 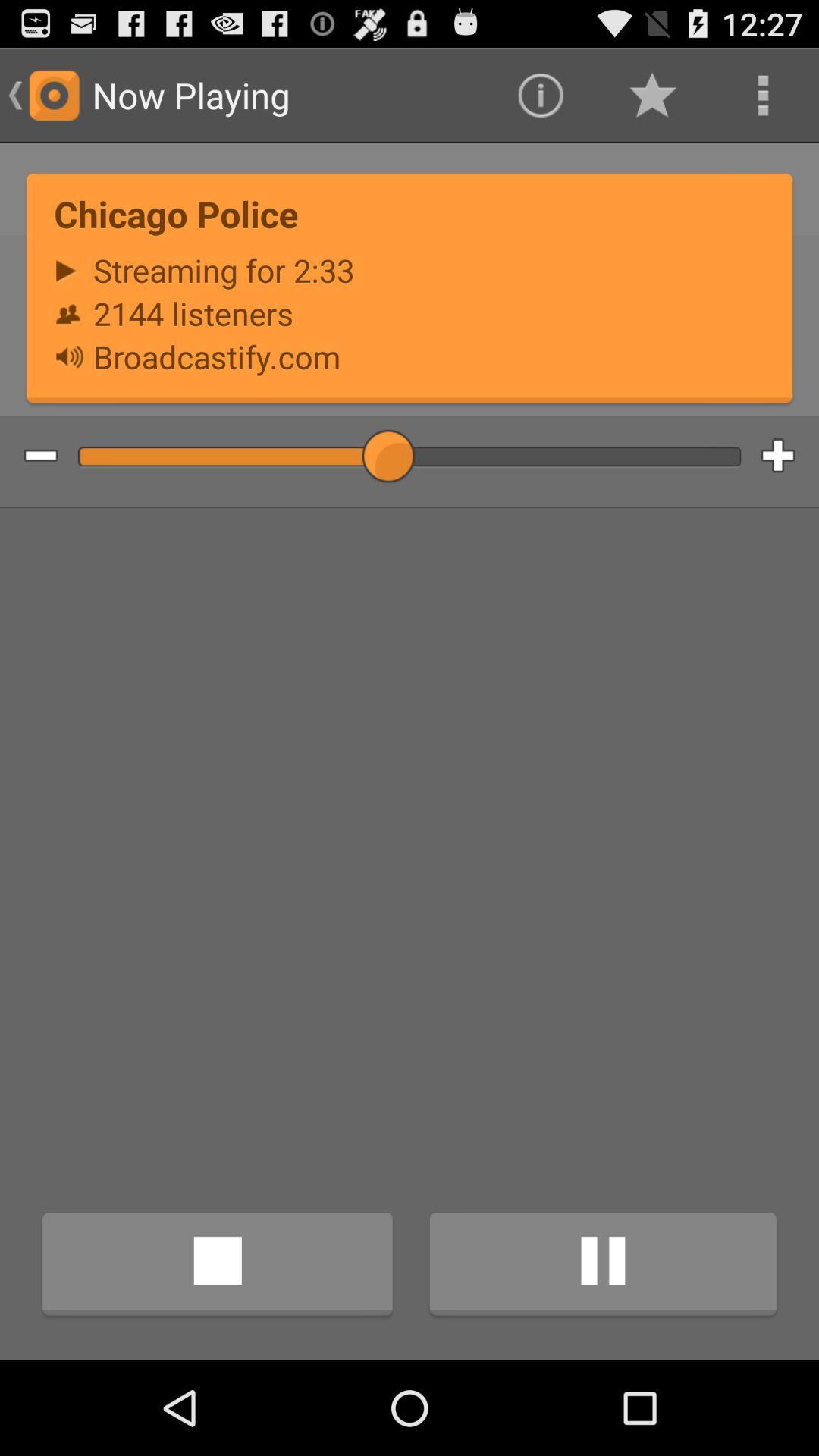 What do you see at coordinates (539, 94) in the screenshot?
I see `the icon next to the now playing app` at bounding box center [539, 94].